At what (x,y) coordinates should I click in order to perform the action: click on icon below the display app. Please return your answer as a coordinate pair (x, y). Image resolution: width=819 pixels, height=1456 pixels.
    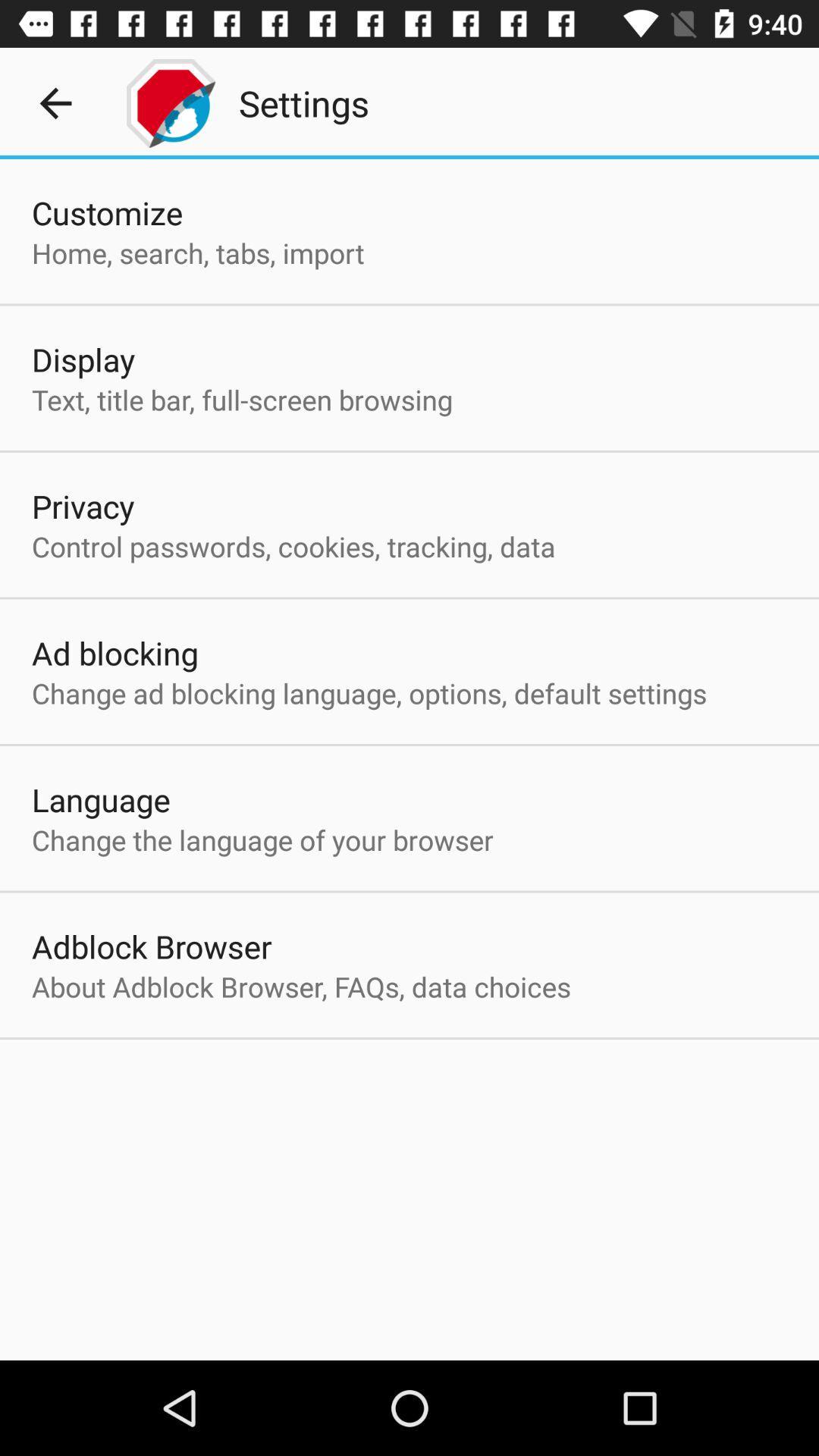
    Looking at the image, I should click on (241, 400).